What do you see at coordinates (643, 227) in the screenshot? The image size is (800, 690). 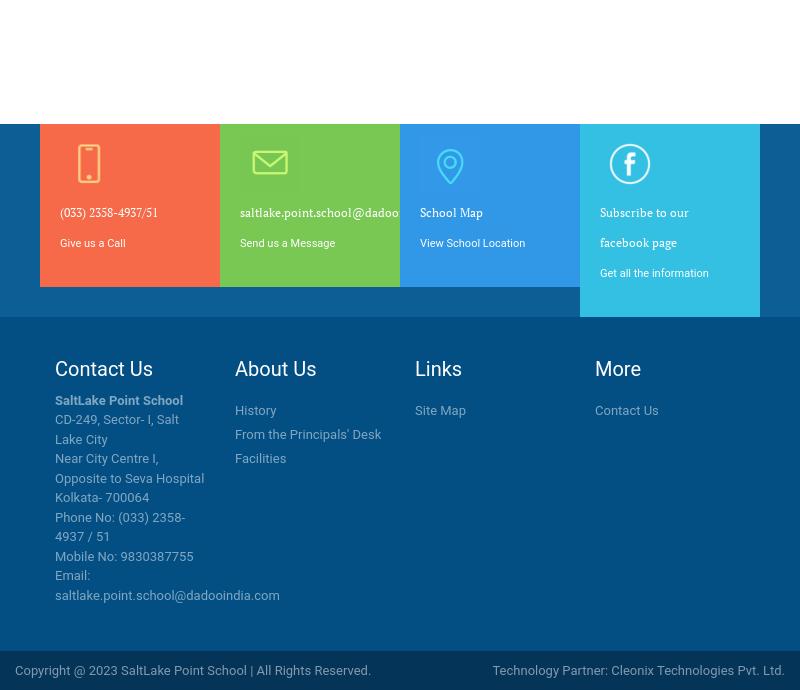 I see `'Subscribe to our facebook page'` at bounding box center [643, 227].